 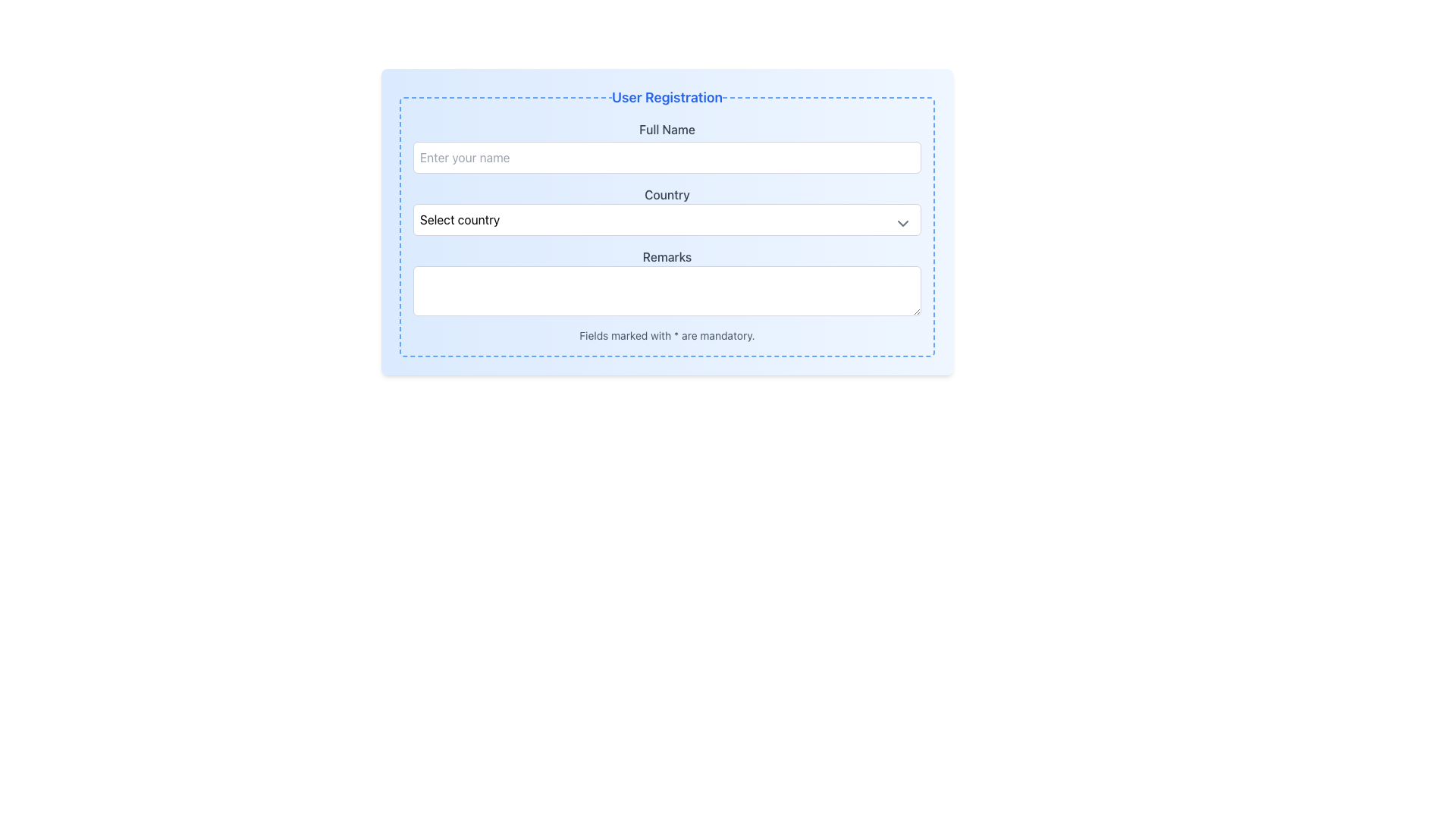 What do you see at coordinates (667, 194) in the screenshot?
I see `the label indicating the purpose of the dropdown menu for selecting a country, which is located in the center of the registration form above the dropdown` at bounding box center [667, 194].